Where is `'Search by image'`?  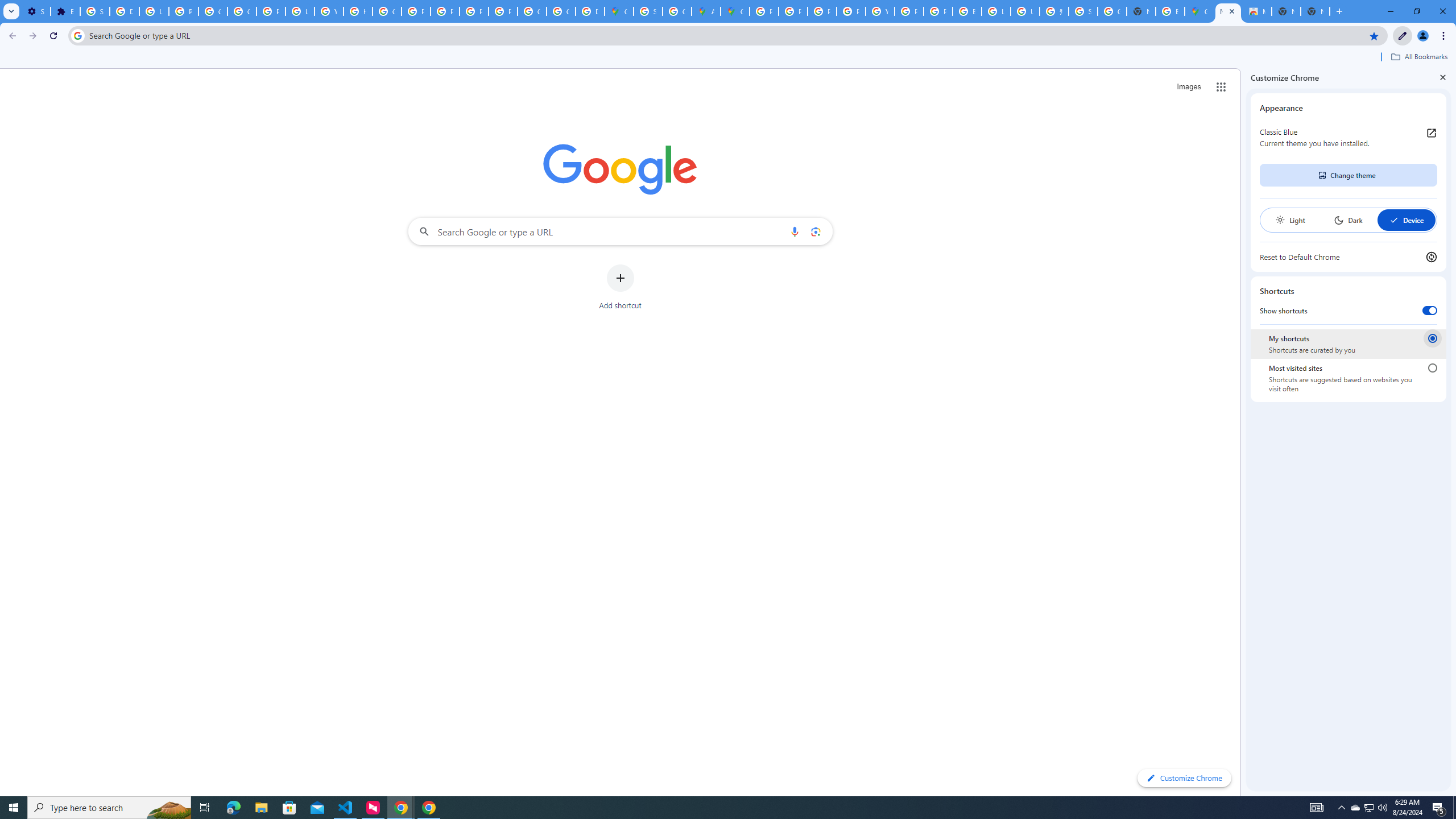 'Search by image' is located at coordinates (816, 230).